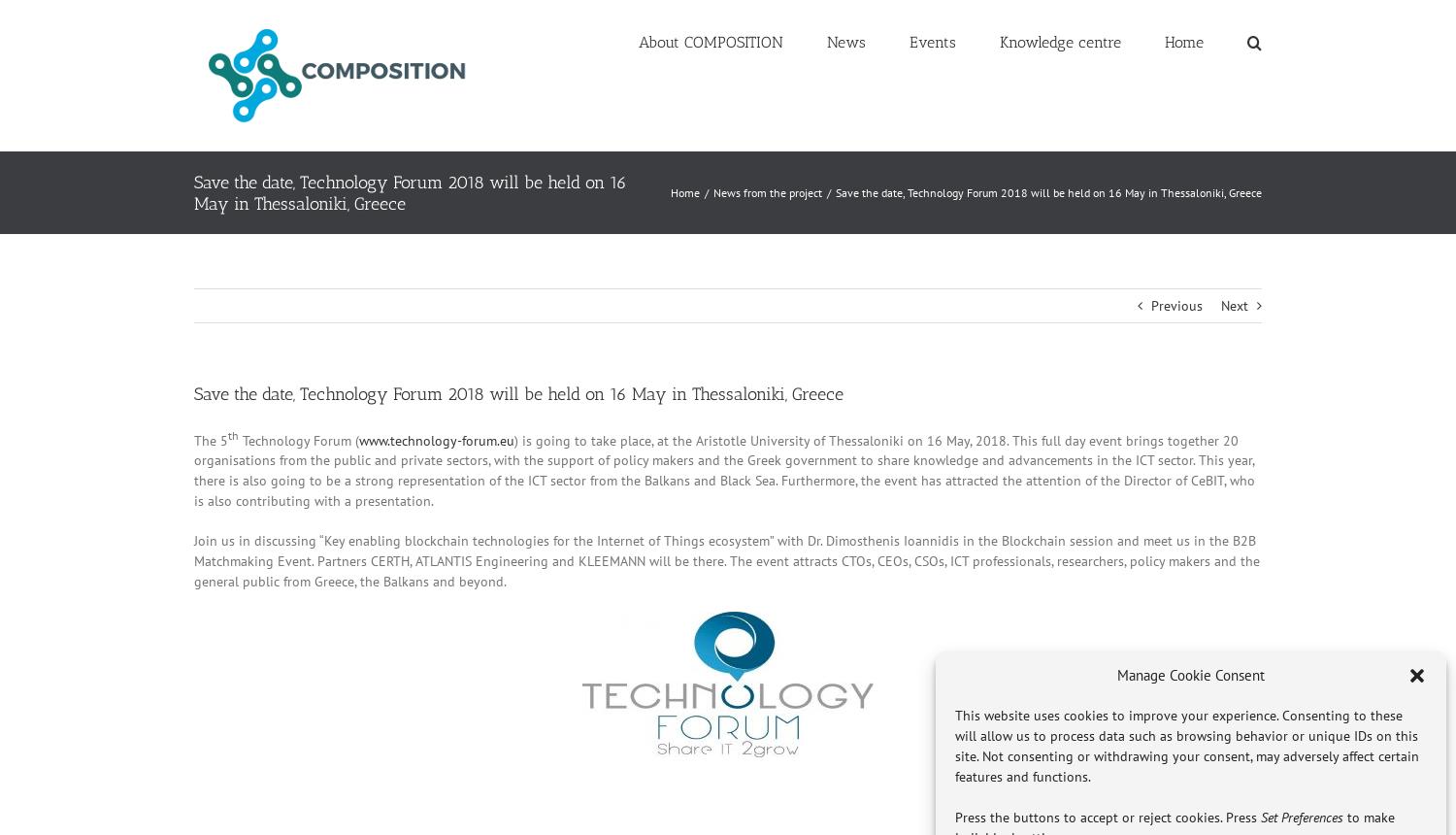 The height and width of the screenshot is (835, 1456). I want to click on 'Join us in discussing “Key enabling blockchain technologies for the Internet of Things ecosystem” with Dr. Dimosthenis Ioannidis in the Blockchain session and meet us in the B2B Matchmaking Event. Partners CERTH, ATLANTIS Engineering and KLEEMANN will be there. The event attracts CTOs, CEOs, CSOs, ICT professionals, researchers, policy makers and the general public from Greece, the Balkans and beyond.', so click(725, 561).